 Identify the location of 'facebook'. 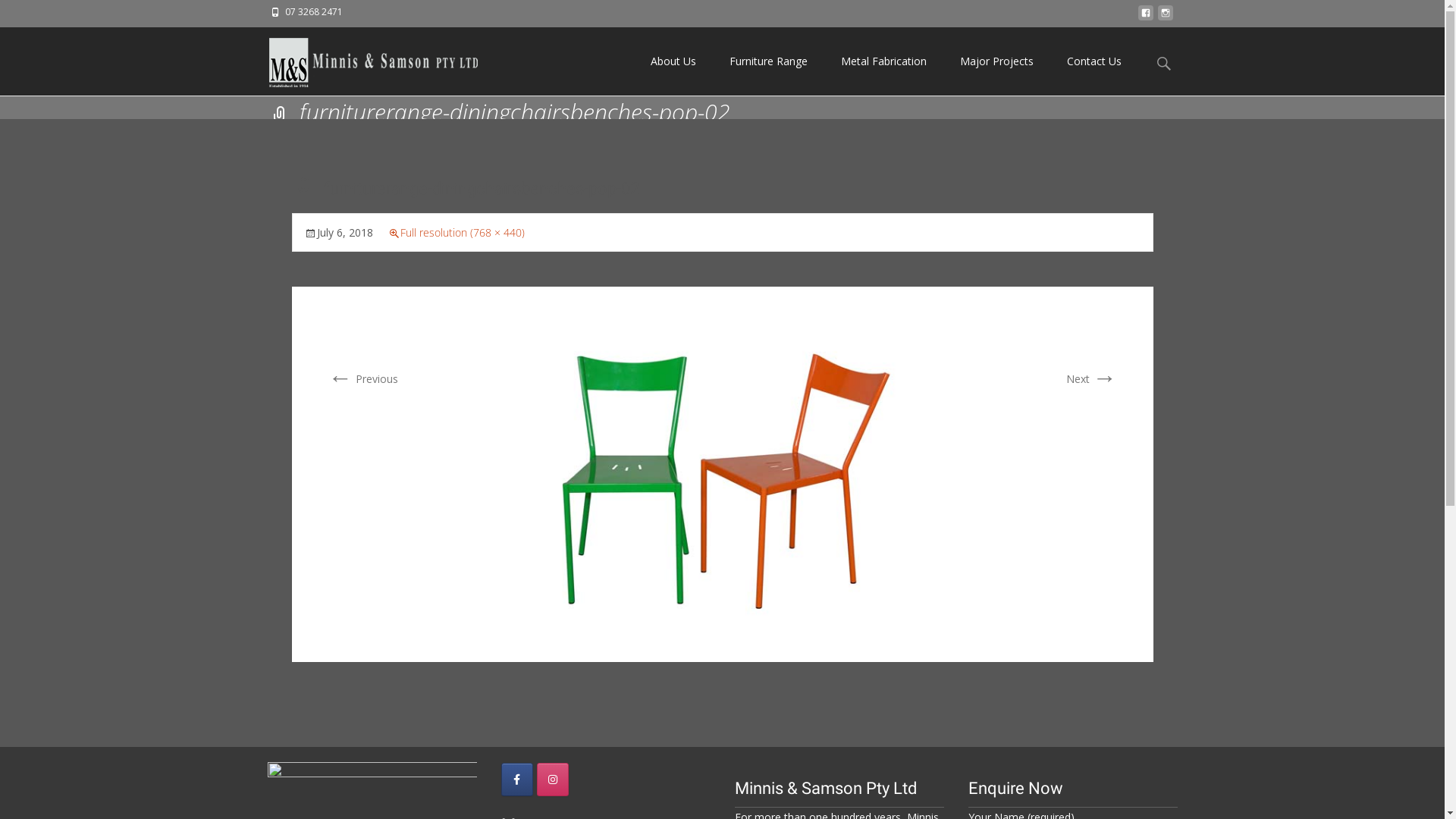
(1137, 17).